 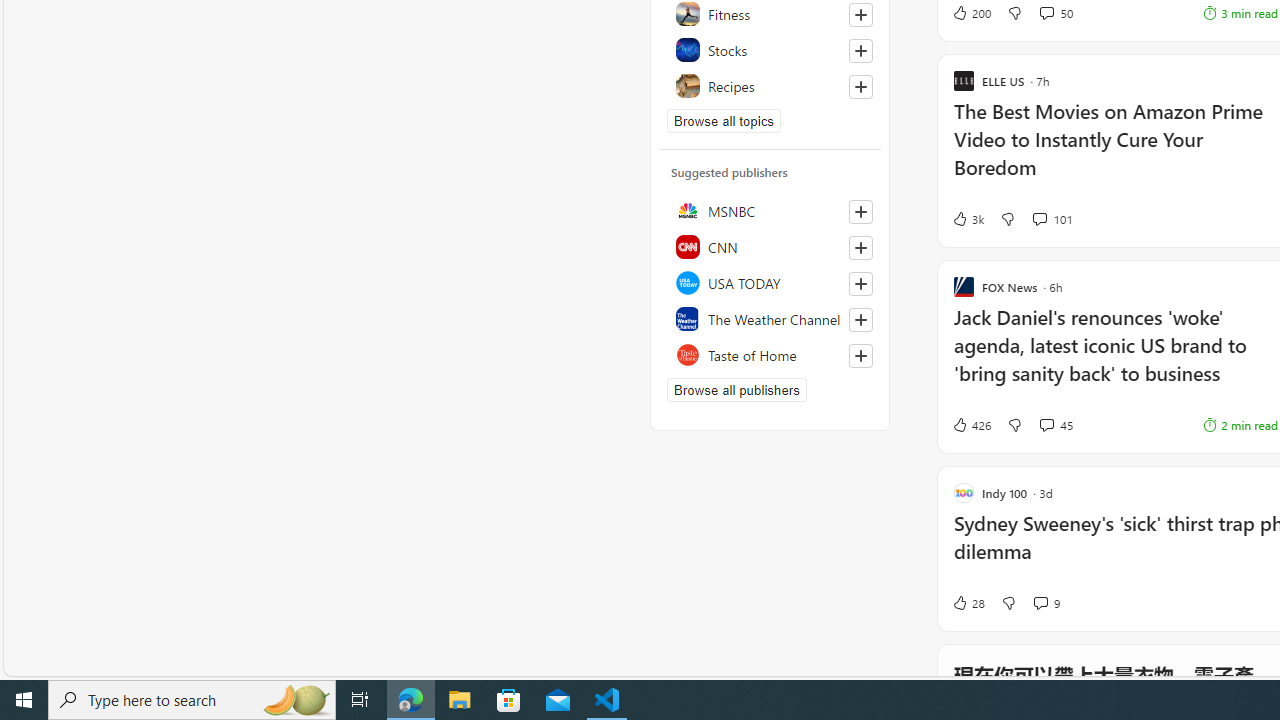 What do you see at coordinates (1045, 12) in the screenshot?
I see `'View comments 50 Comment'` at bounding box center [1045, 12].